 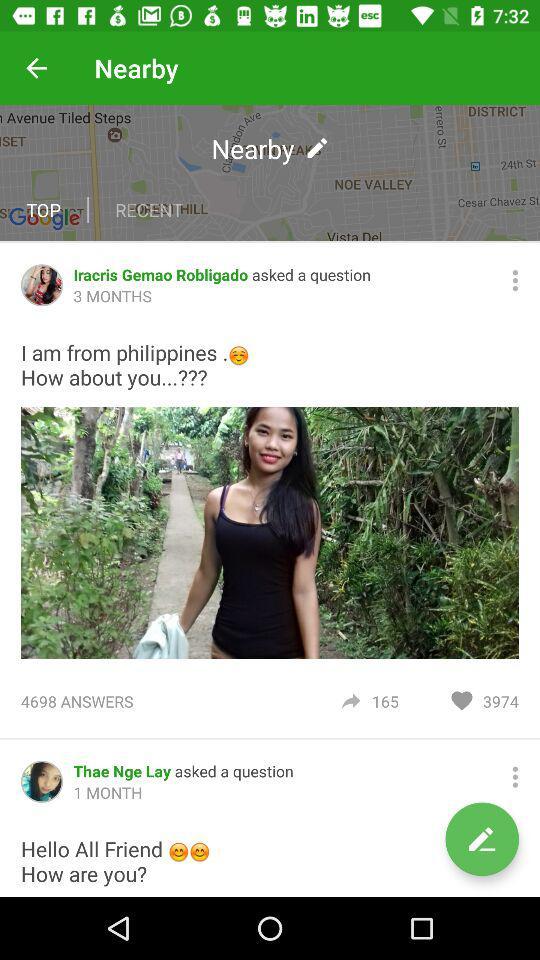 I want to click on the item to the right of the hello all friend, so click(x=481, y=839).